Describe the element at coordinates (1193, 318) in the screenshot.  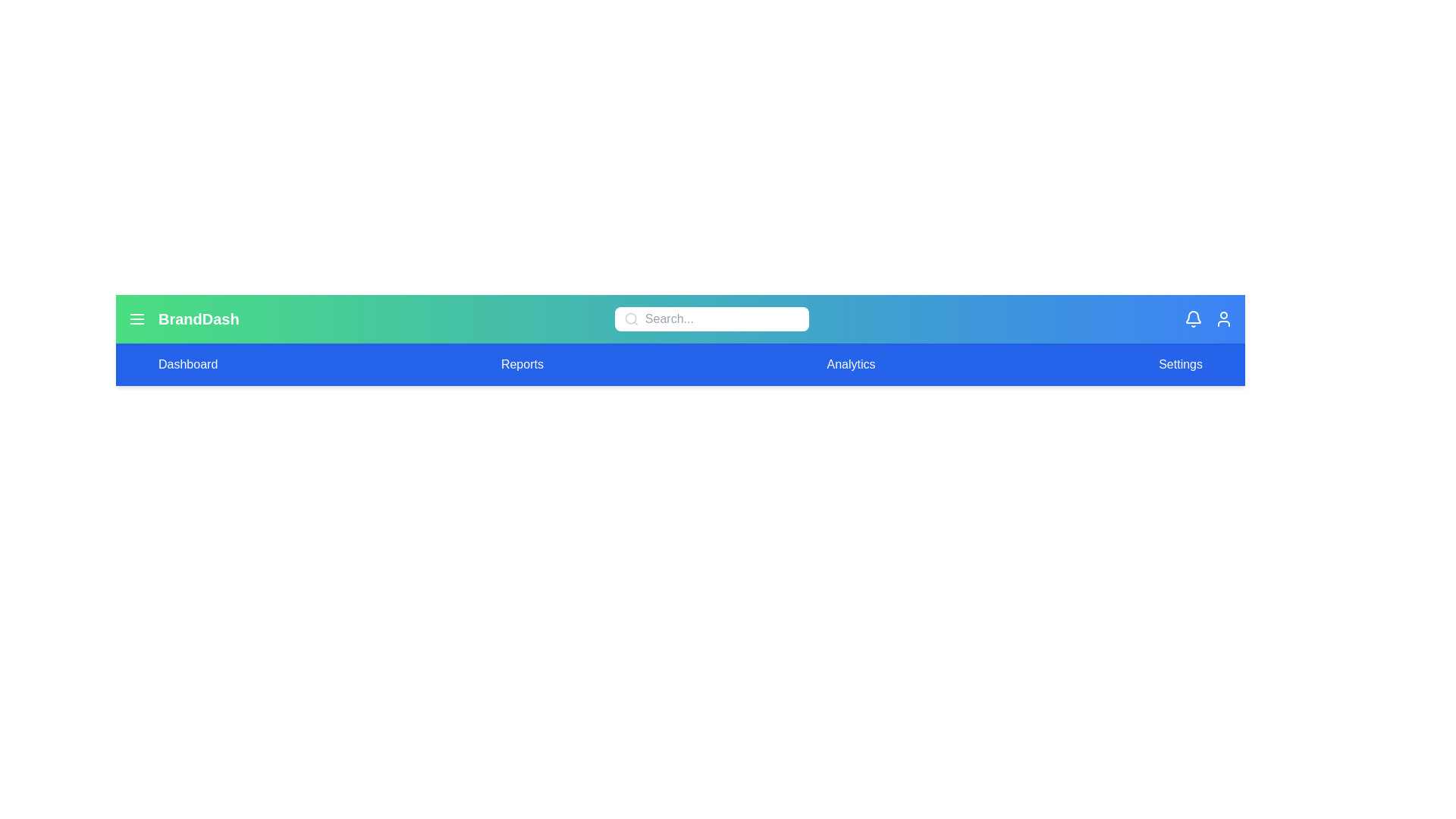
I see `the bell icon to view notifications` at that location.